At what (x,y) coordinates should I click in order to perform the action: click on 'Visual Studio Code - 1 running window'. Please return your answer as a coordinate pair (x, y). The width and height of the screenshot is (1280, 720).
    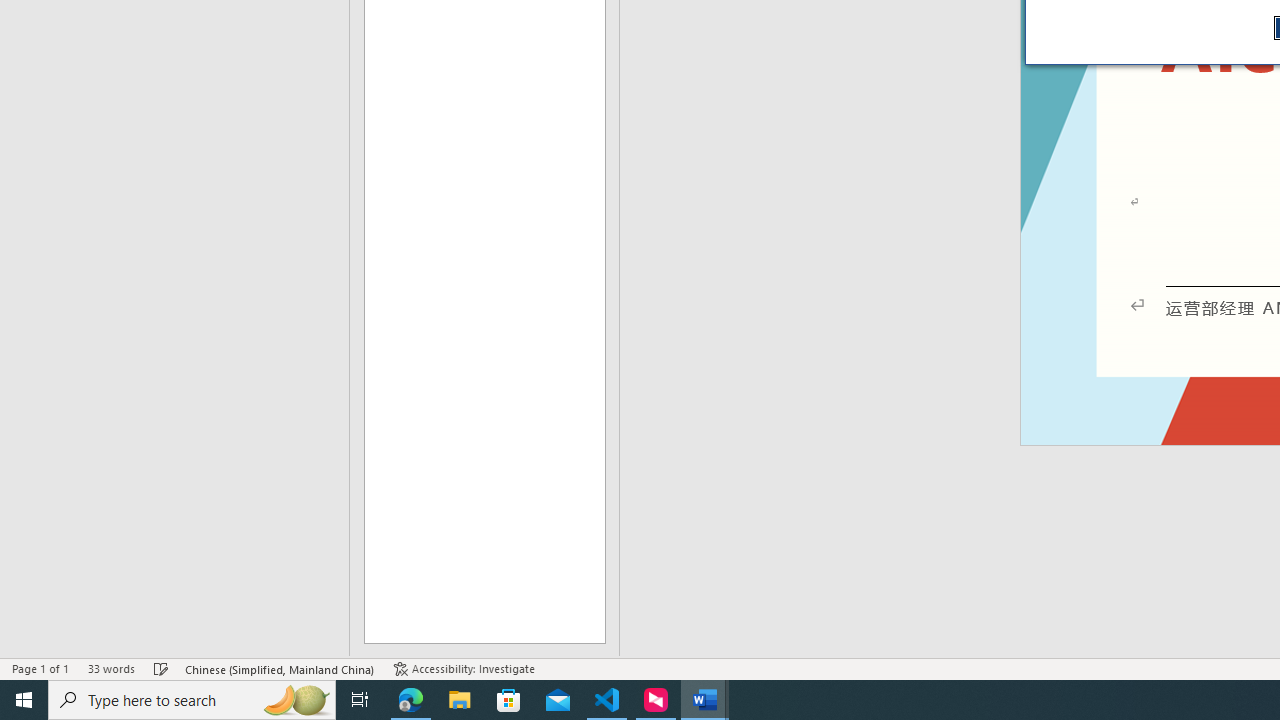
    Looking at the image, I should click on (606, 698).